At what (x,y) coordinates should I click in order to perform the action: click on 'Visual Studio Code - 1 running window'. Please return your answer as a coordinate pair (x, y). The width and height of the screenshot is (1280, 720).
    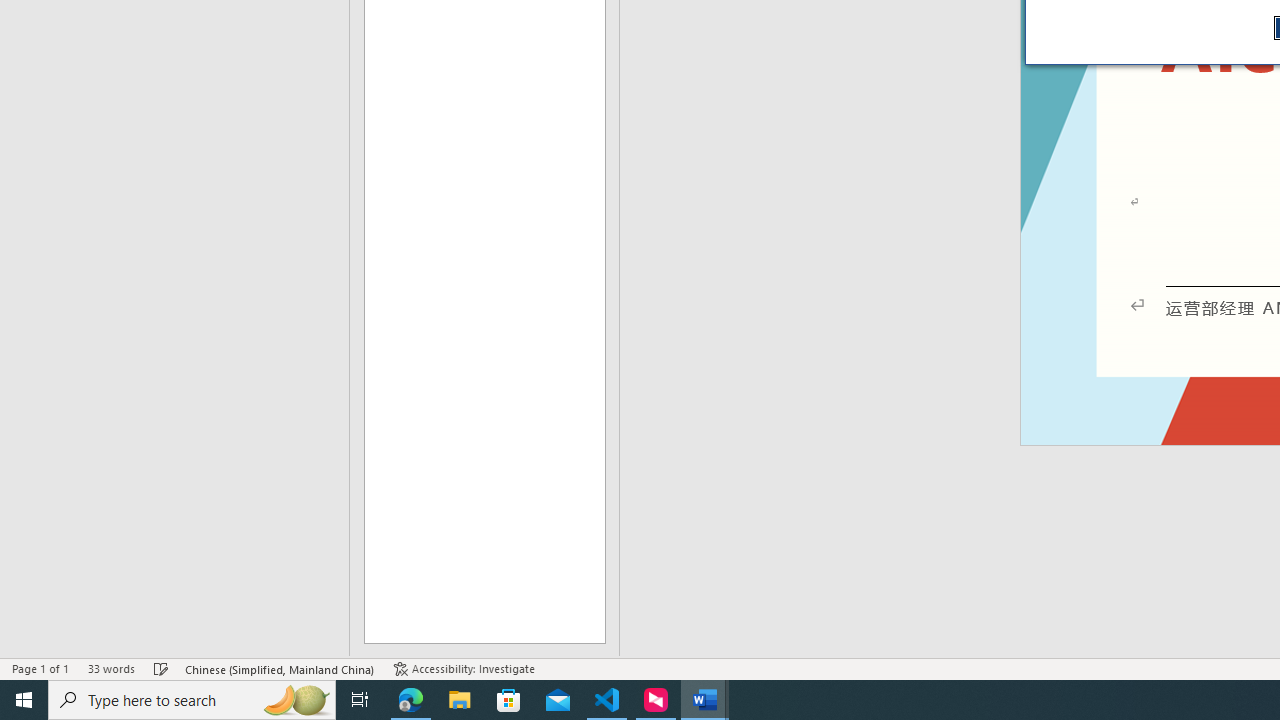
    Looking at the image, I should click on (606, 698).